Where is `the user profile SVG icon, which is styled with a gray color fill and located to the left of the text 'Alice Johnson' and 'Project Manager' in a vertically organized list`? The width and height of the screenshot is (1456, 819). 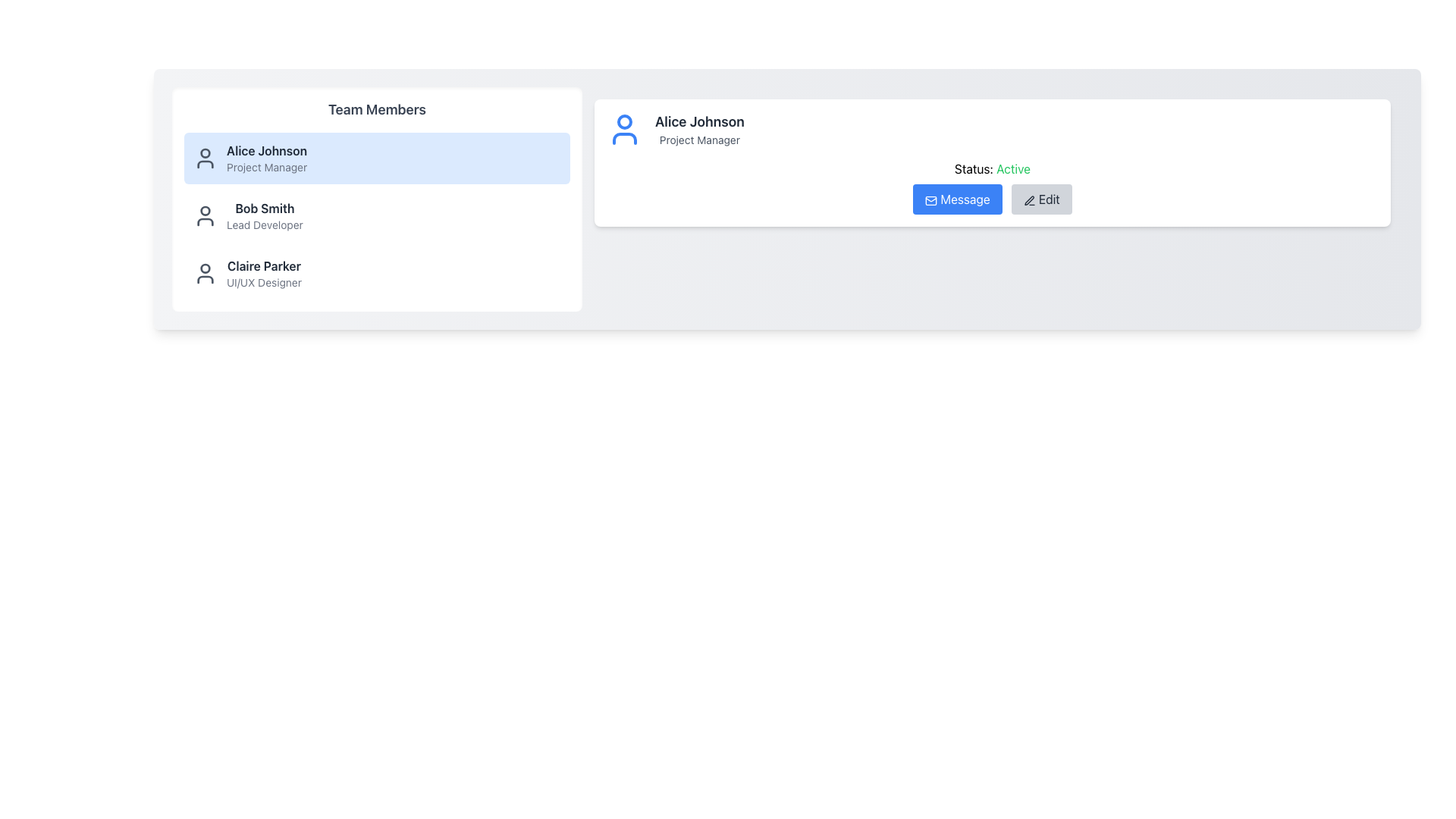
the user profile SVG icon, which is styled with a gray color fill and located to the left of the text 'Alice Johnson' and 'Project Manager' in a vertically organized list is located at coordinates (204, 158).